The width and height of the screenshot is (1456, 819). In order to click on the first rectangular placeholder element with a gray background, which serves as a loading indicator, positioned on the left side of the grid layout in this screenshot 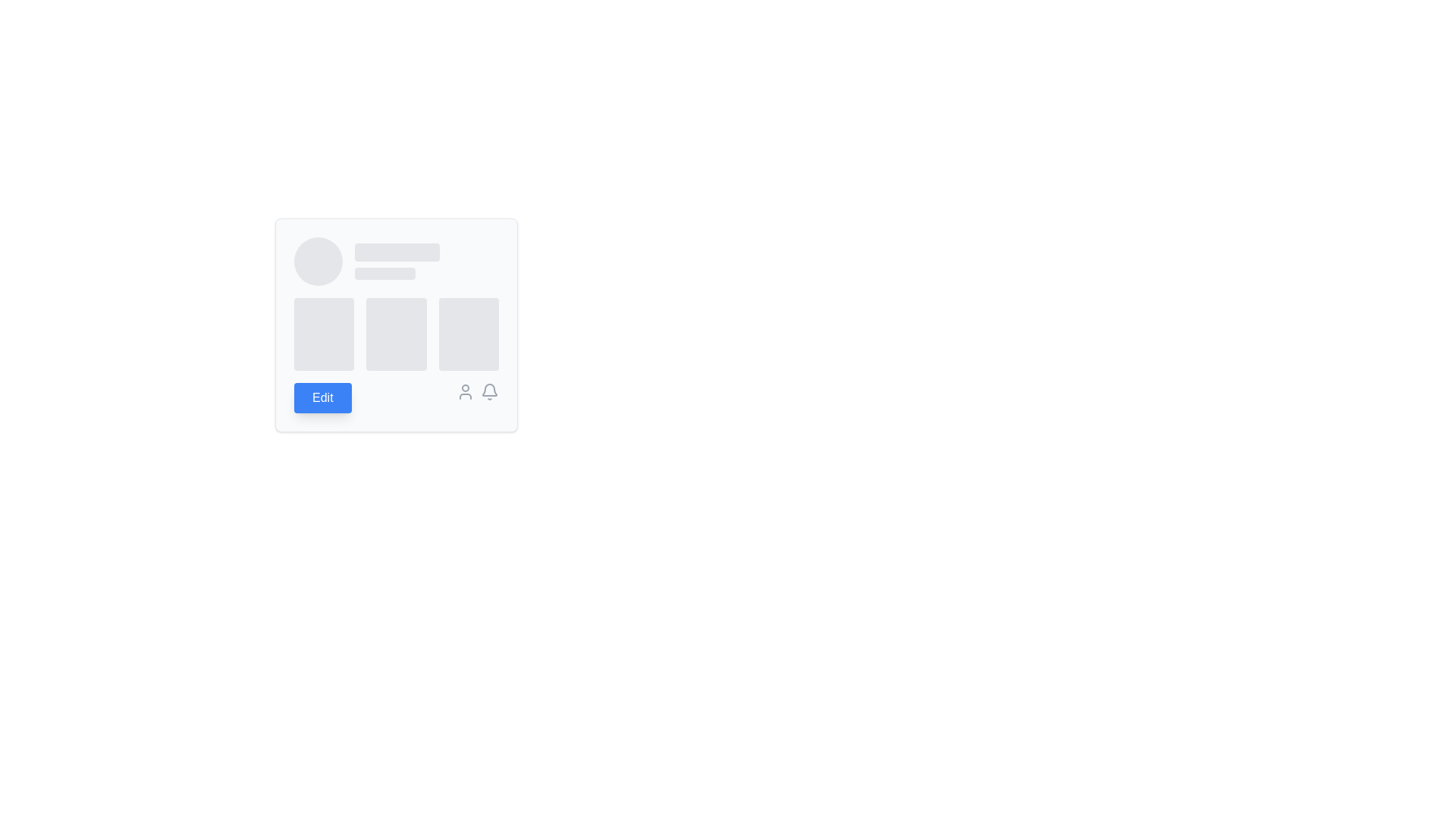, I will do `click(323, 333)`.